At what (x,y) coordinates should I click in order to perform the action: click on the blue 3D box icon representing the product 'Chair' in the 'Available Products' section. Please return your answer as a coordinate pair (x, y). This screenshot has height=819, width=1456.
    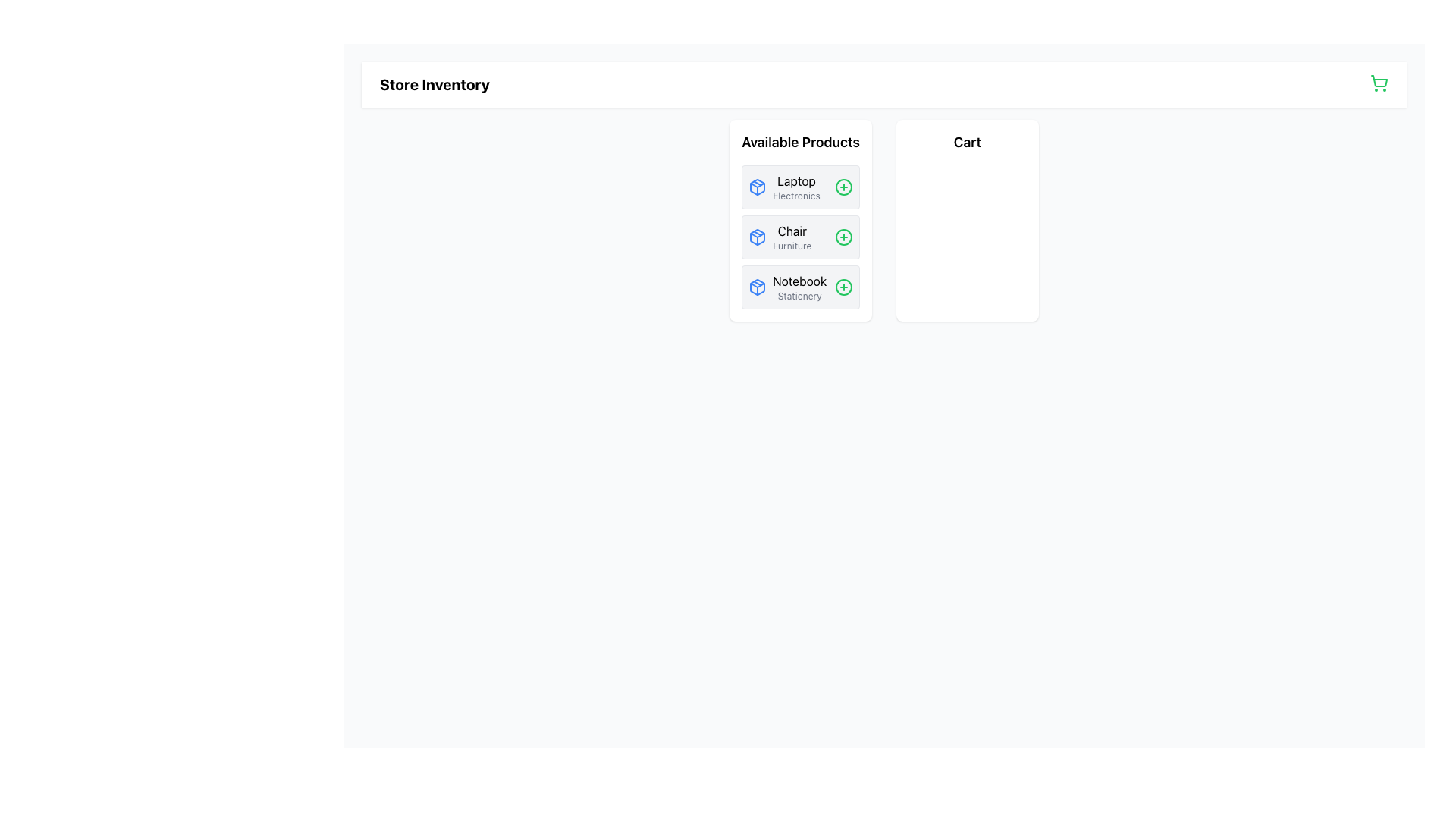
    Looking at the image, I should click on (758, 237).